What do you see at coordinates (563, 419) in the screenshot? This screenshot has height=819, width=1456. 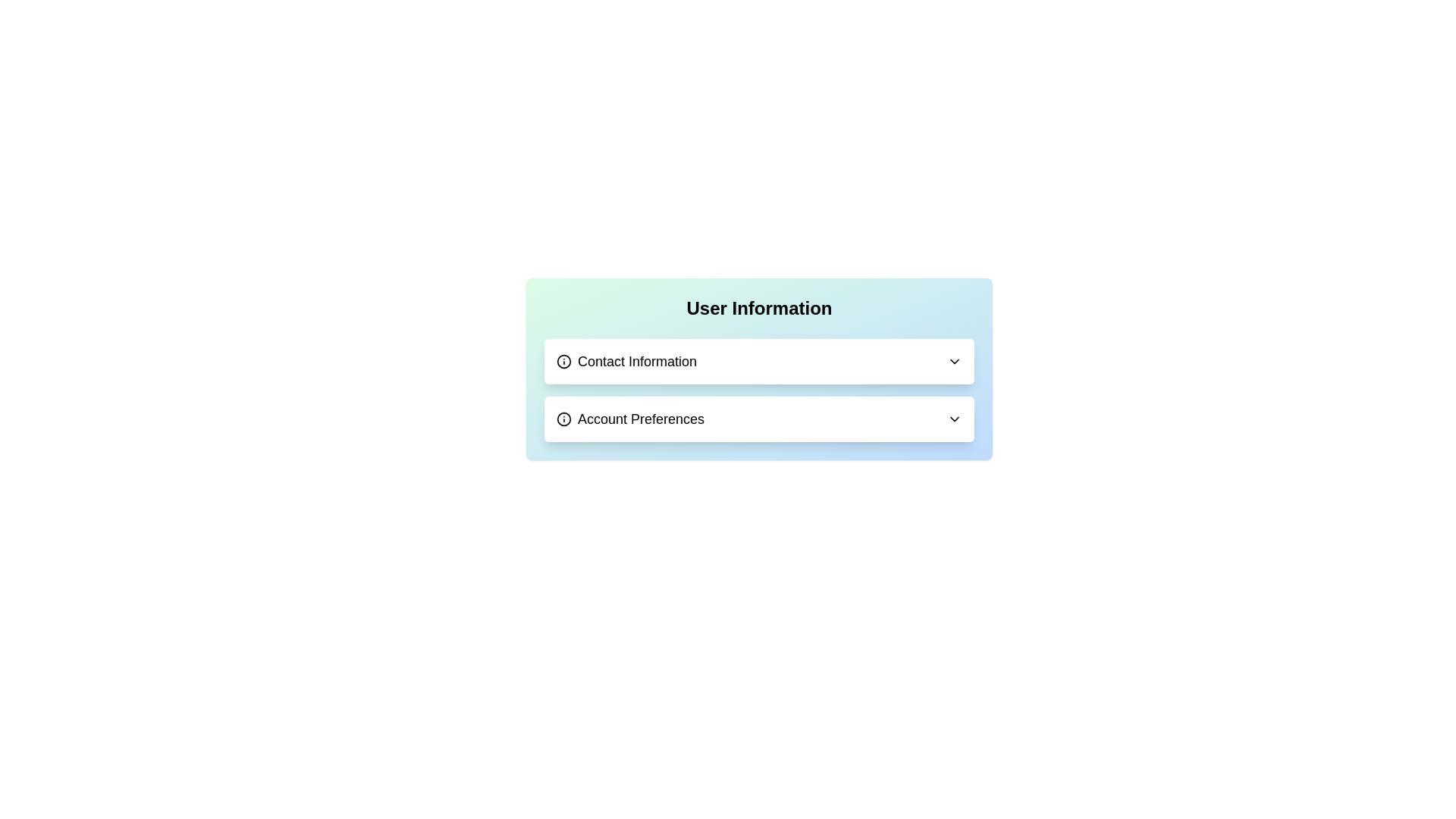 I see `the circular information icon located` at bounding box center [563, 419].